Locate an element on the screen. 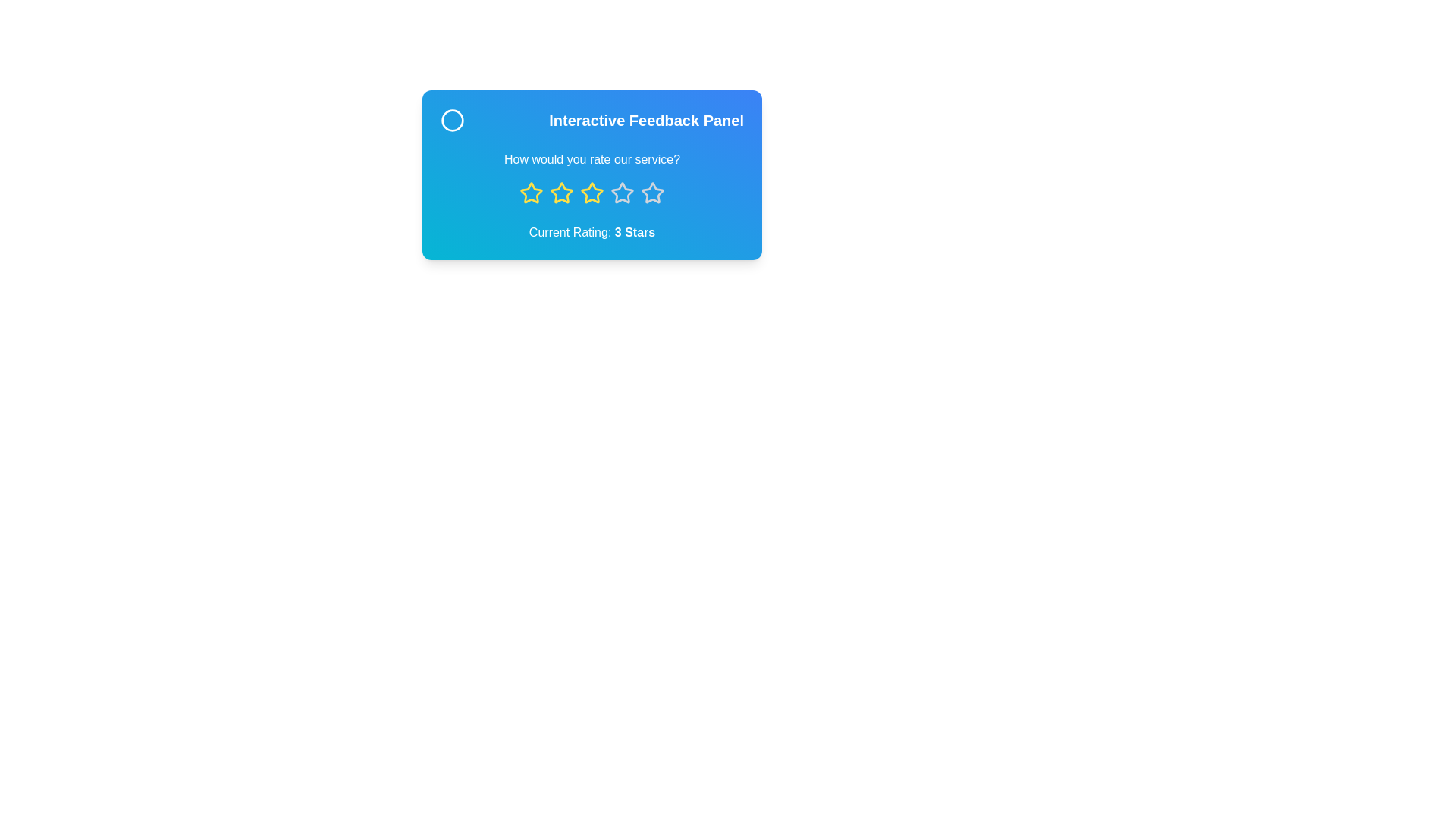 The width and height of the screenshot is (1456, 819). the fourth star in the row of five hollow stars in the Interactive Feedback Panel to rate it is located at coordinates (652, 192).